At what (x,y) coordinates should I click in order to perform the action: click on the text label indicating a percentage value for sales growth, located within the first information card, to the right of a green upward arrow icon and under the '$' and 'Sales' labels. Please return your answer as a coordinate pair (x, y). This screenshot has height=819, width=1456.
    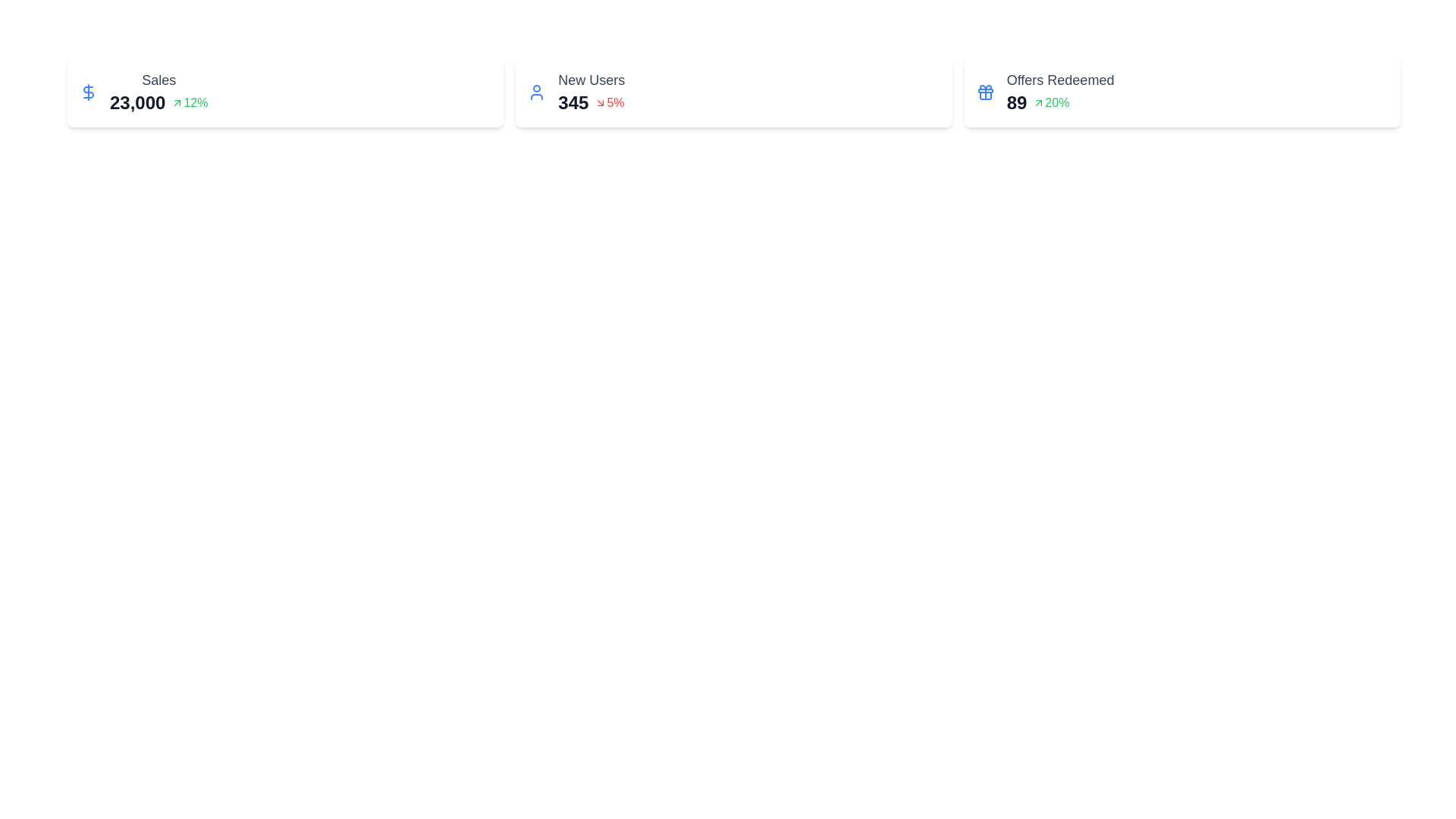
    Looking at the image, I should click on (195, 102).